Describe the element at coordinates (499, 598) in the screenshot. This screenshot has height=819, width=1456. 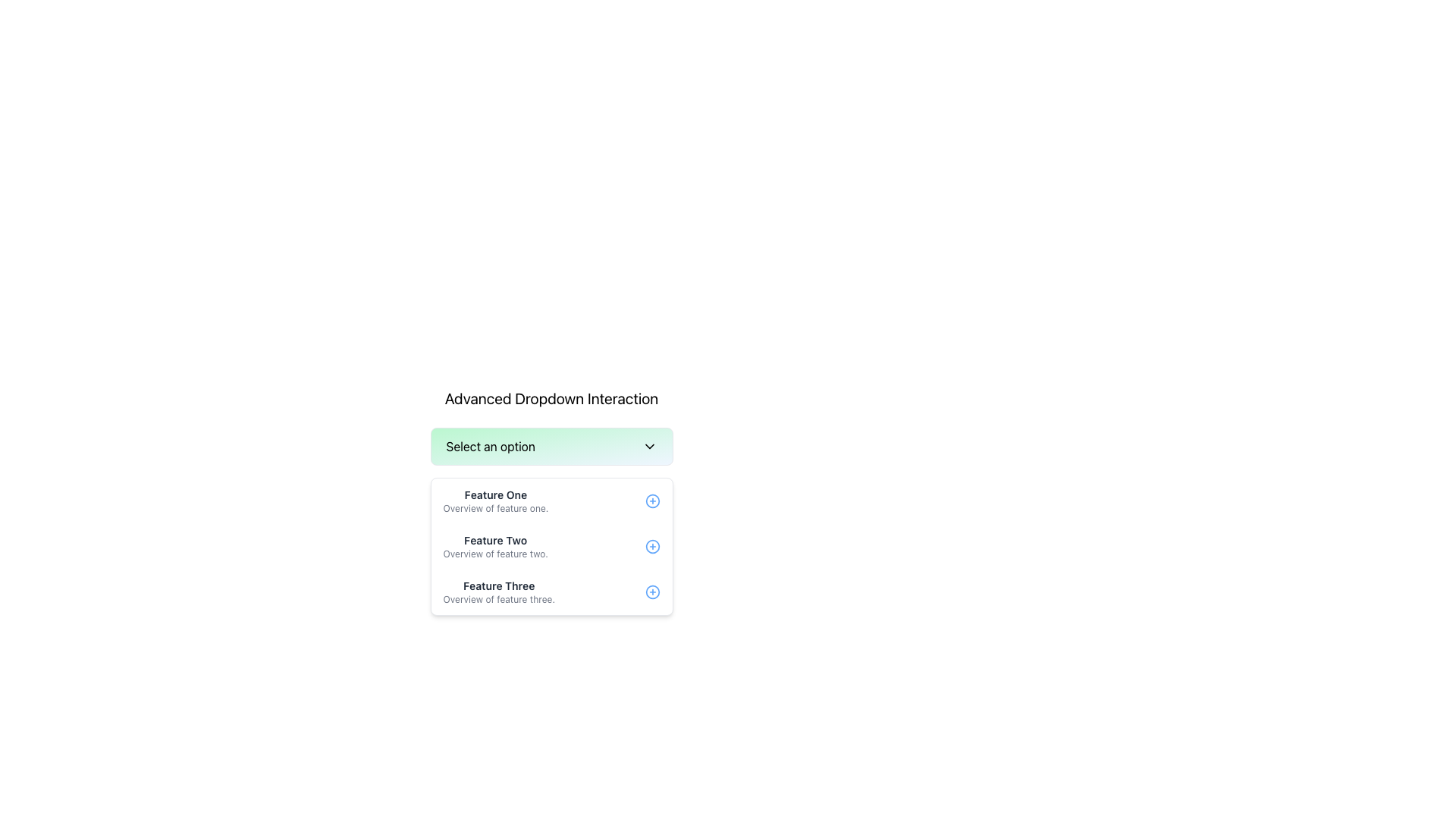
I see `text label that says 'Overview of feature three.' located directly beneath the 'Feature Three' title within the dropdown menu card` at that location.